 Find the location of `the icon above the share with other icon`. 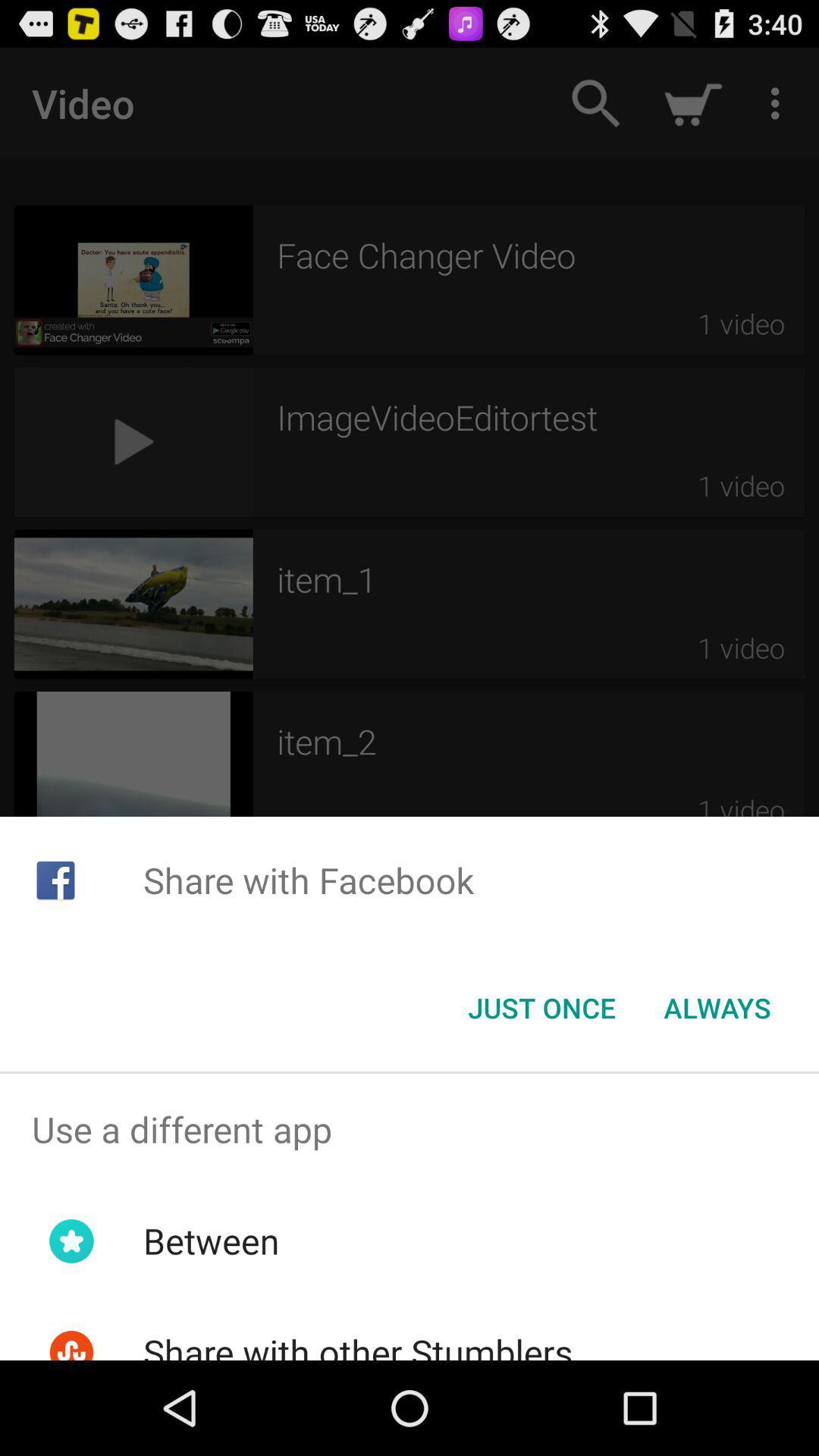

the icon above the share with other icon is located at coordinates (211, 1241).